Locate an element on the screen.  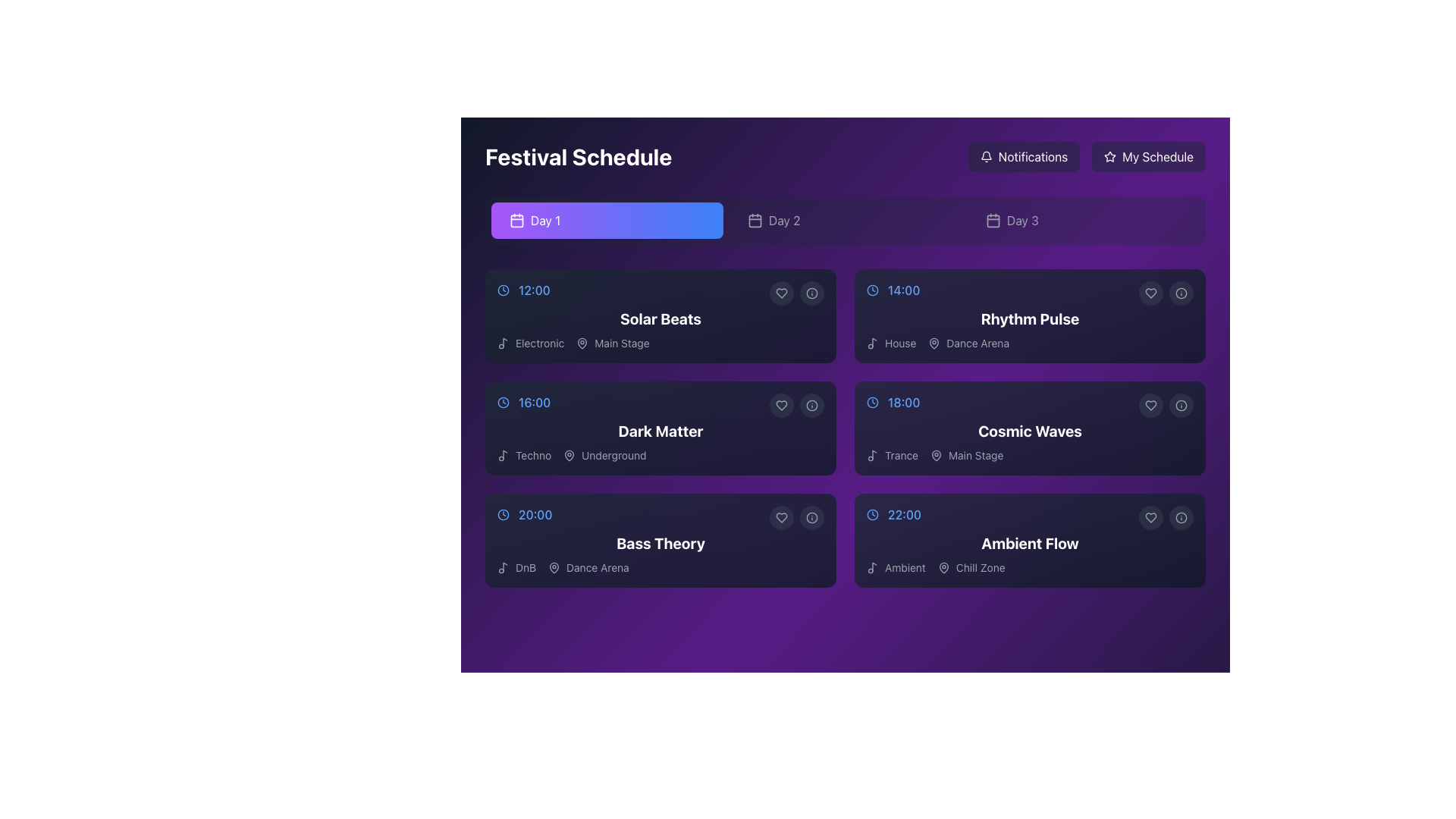
the 'Day 3' text label within the purple gradient button in the top-right corner of the navigation bar is located at coordinates (1022, 220).